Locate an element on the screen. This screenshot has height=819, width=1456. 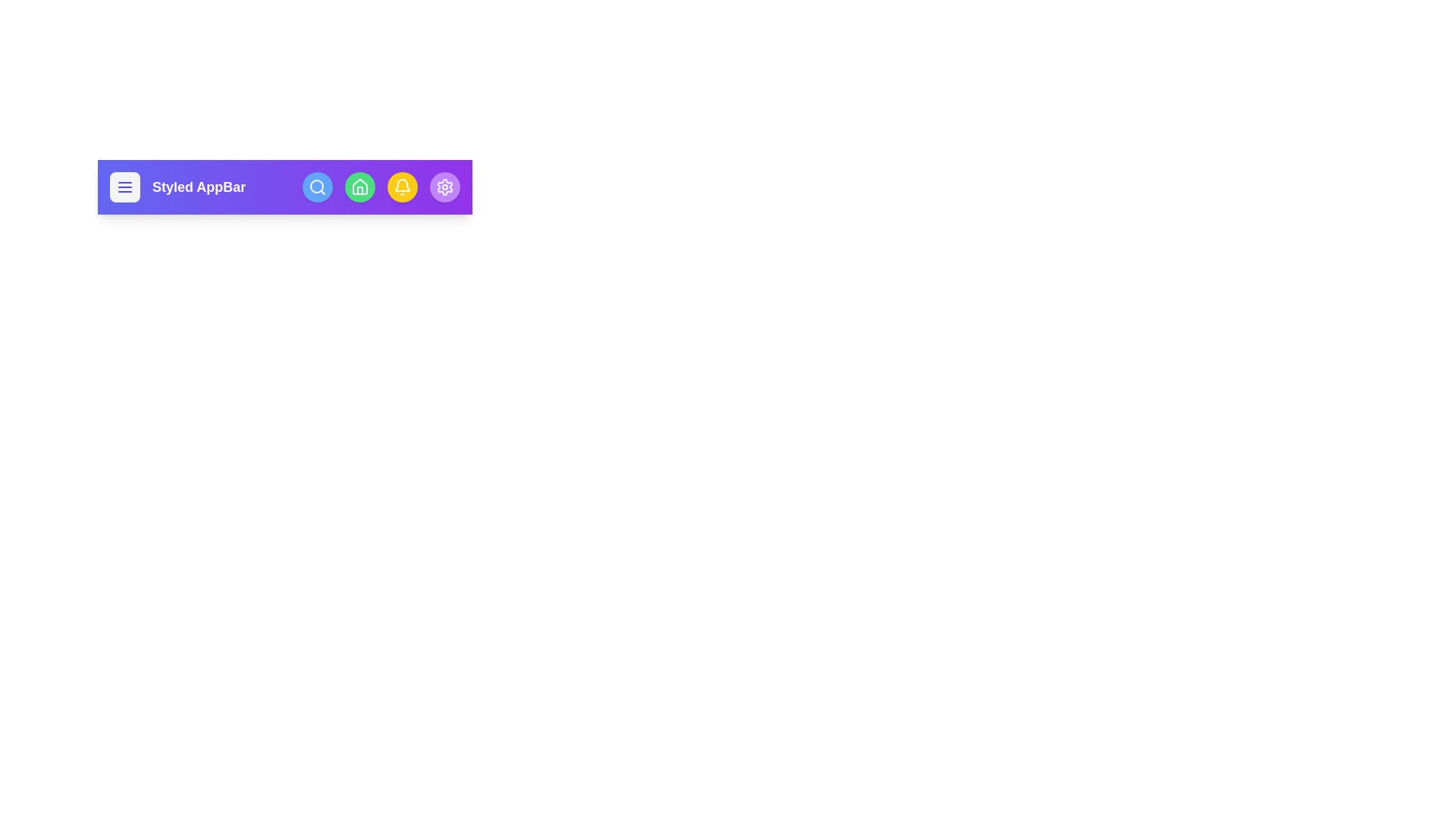
the 'Styled AppBar' text to interact with it is located at coordinates (198, 186).